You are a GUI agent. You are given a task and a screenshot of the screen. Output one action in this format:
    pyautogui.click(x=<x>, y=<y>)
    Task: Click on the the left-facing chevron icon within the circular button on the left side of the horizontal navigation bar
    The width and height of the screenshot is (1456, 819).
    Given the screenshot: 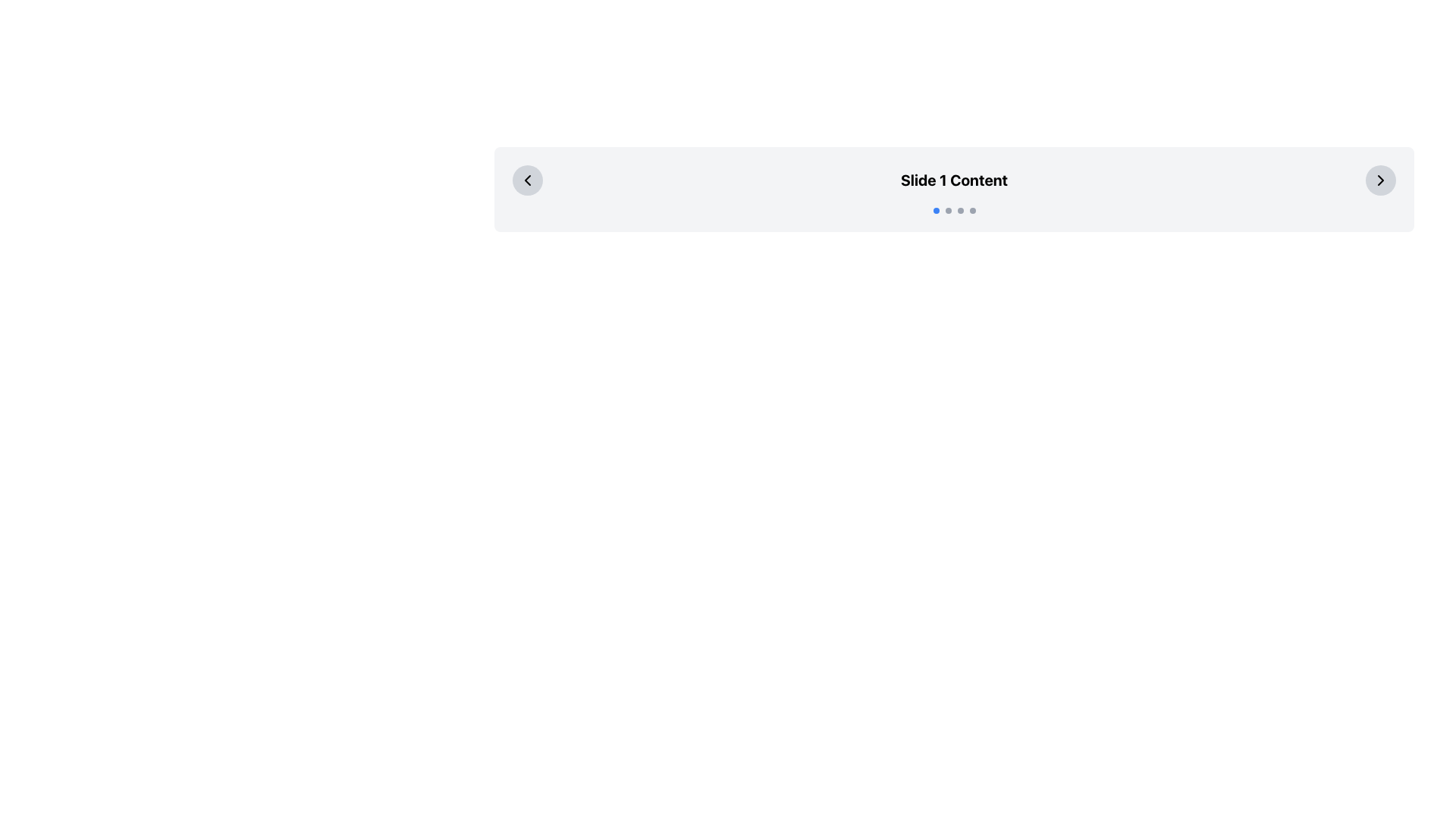 What is the action you would take?
    pyautogui.click(x=528, y=180)
    